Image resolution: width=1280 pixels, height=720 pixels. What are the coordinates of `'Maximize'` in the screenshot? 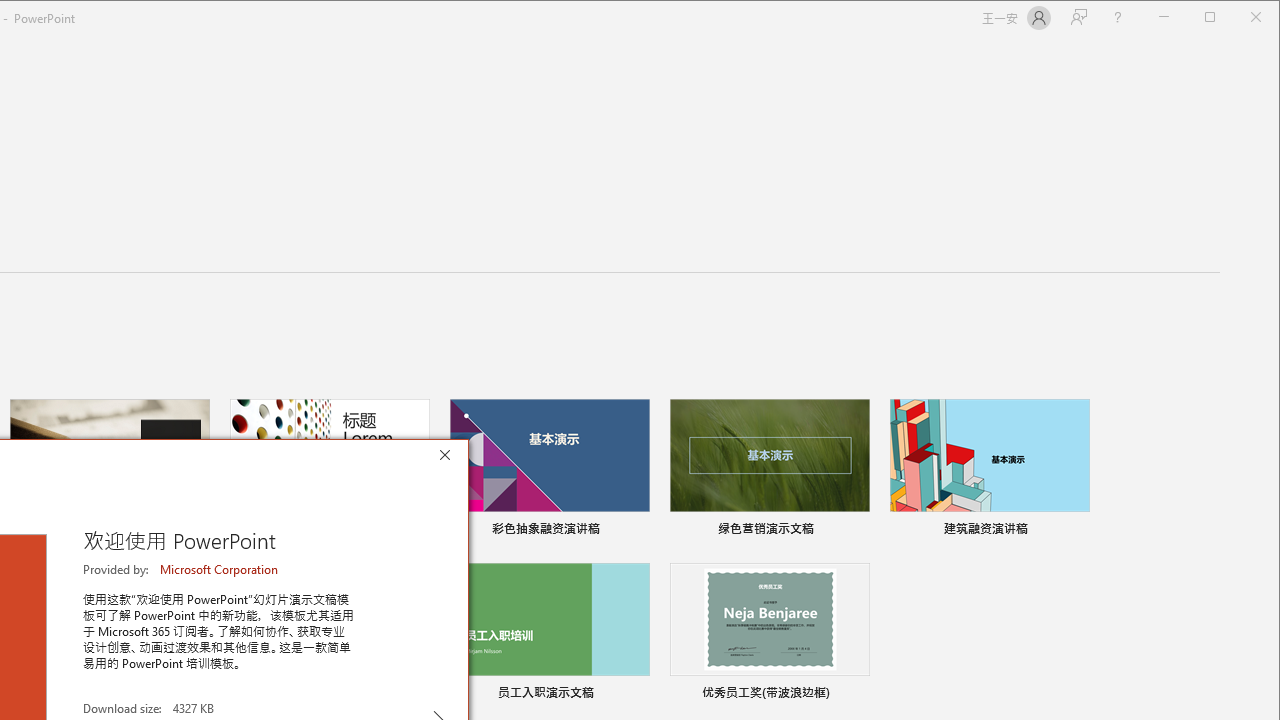 It's located at (1238, 19).